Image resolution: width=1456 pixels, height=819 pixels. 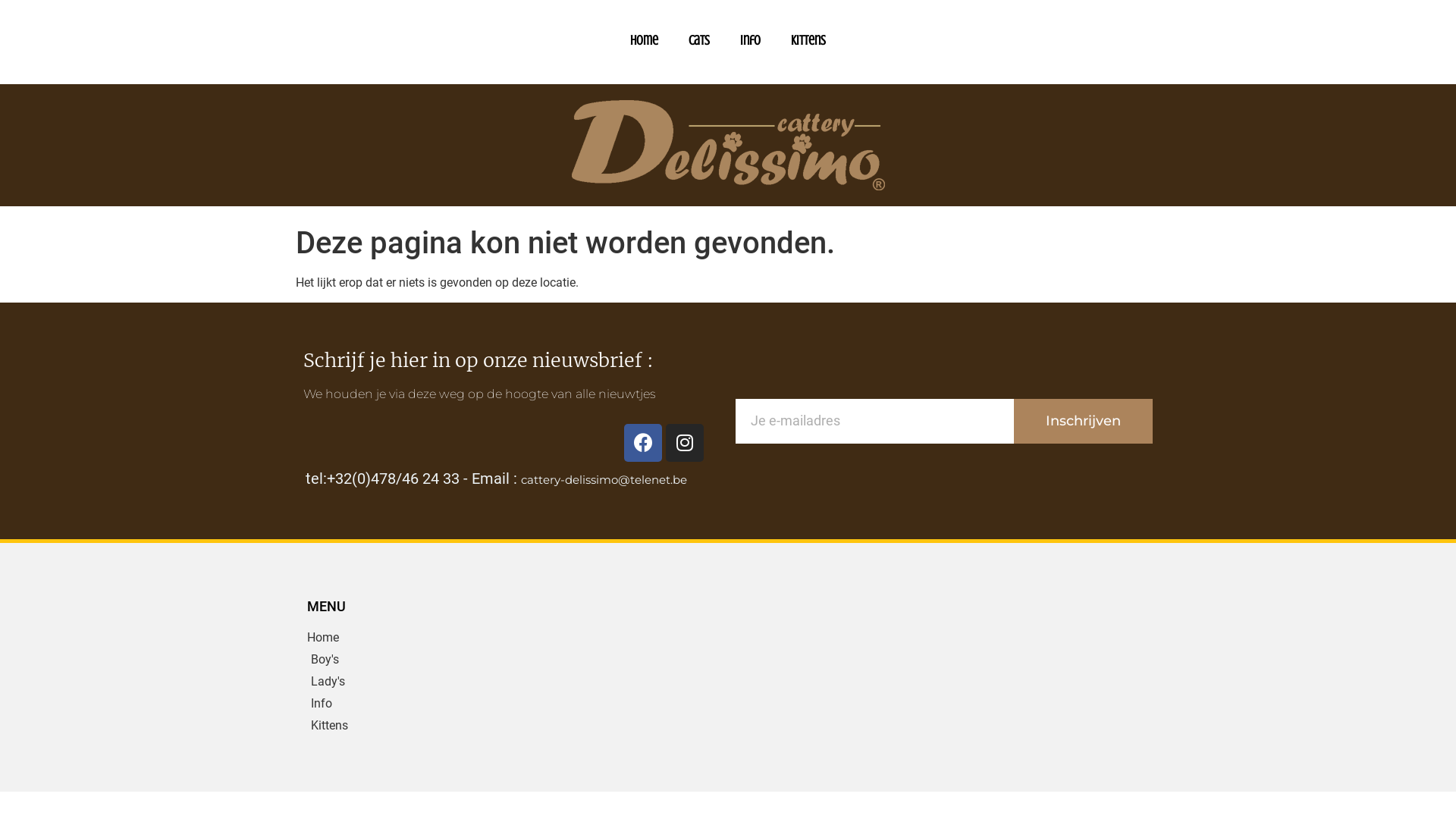 I want to click on 'Kittens', so click(x=306, y=724).